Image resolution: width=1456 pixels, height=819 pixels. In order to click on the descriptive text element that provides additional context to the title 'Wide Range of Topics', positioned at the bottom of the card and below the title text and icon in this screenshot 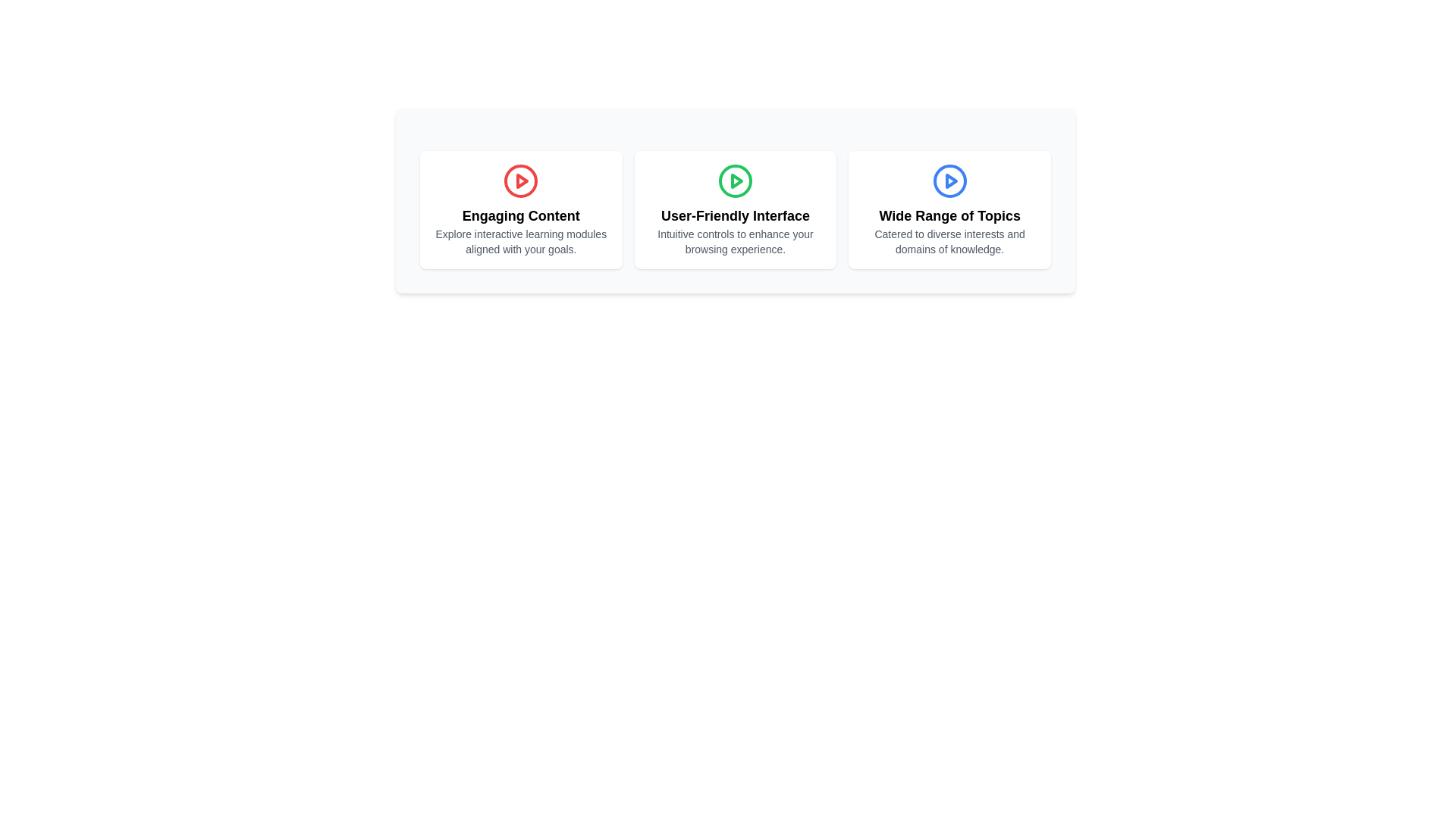, I will do `click(949, 241)`.